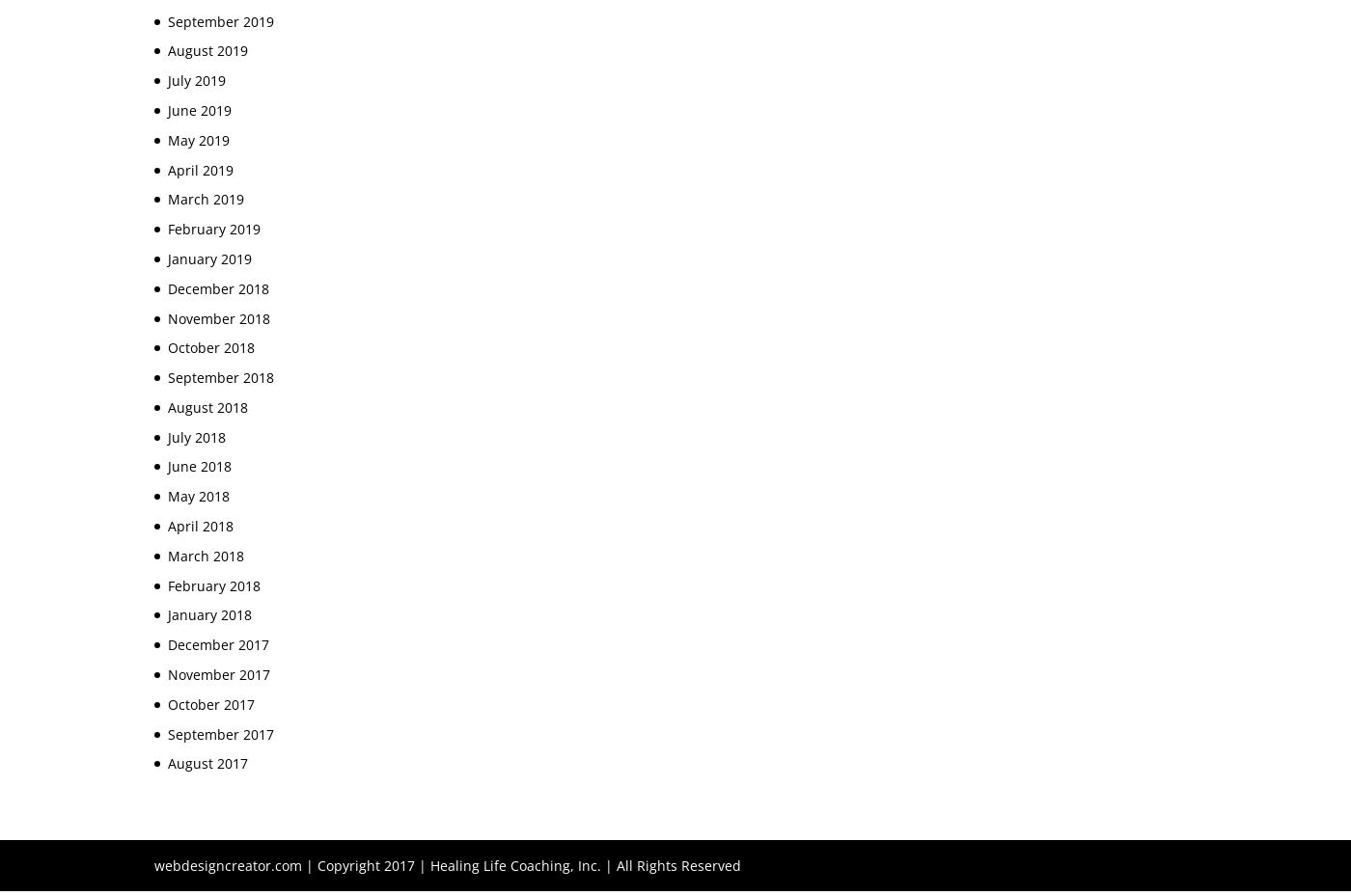 The width and height of the screenshot is (1351, 896). Describe the element at coordinates (210, 347) in the screenshot. I see `'October 2018'` at that location.